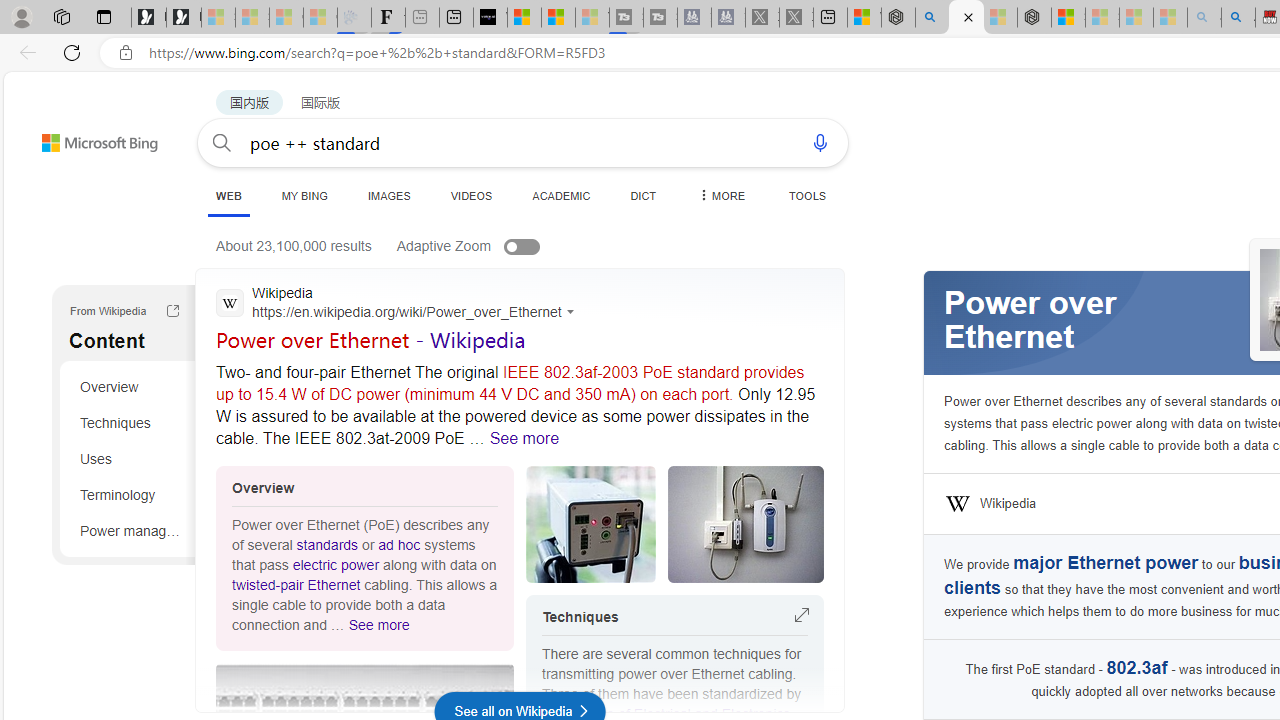 The width and height of the screenshot is (1280, 720). What do you see at coordinates (130, 458) in the screenshot?
I see `'Uses'` at bounding box center [130, 458].